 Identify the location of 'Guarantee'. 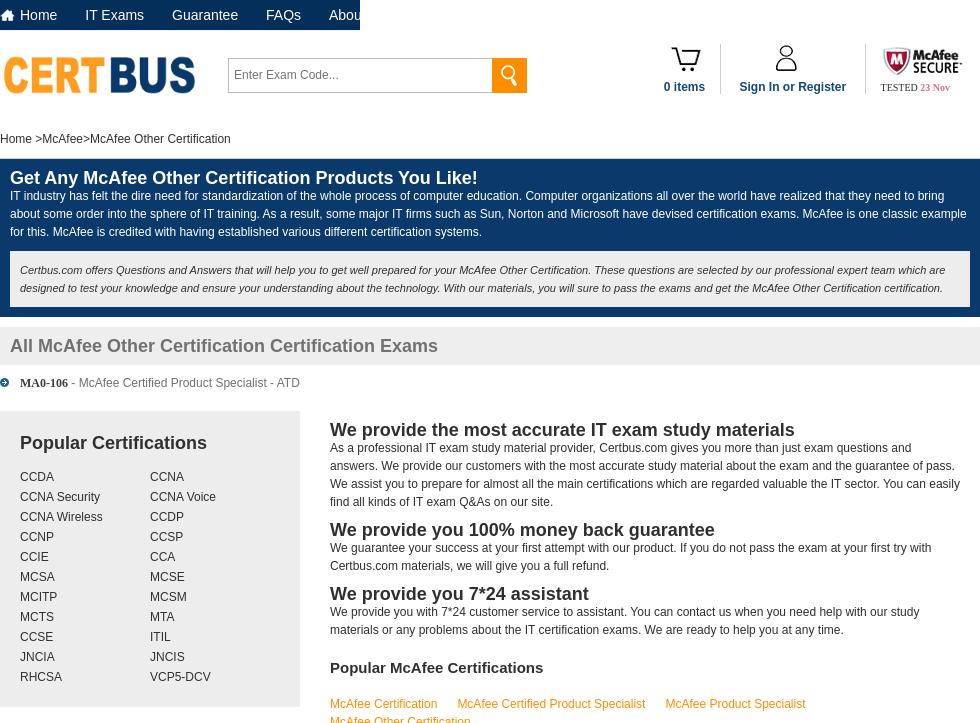
(171, 14).